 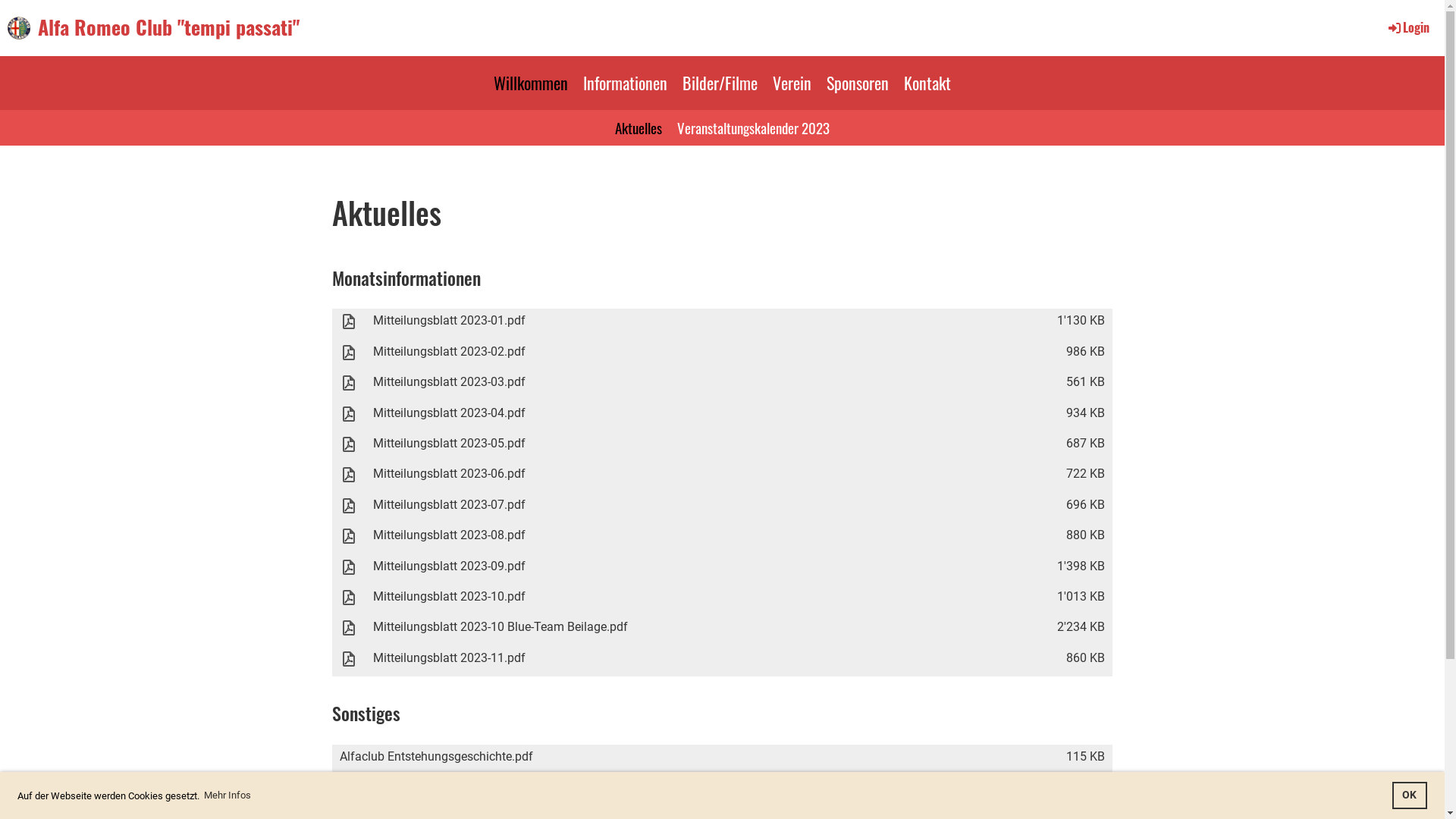 I want to click on 'Willkommen', so click(x=531, y=83).